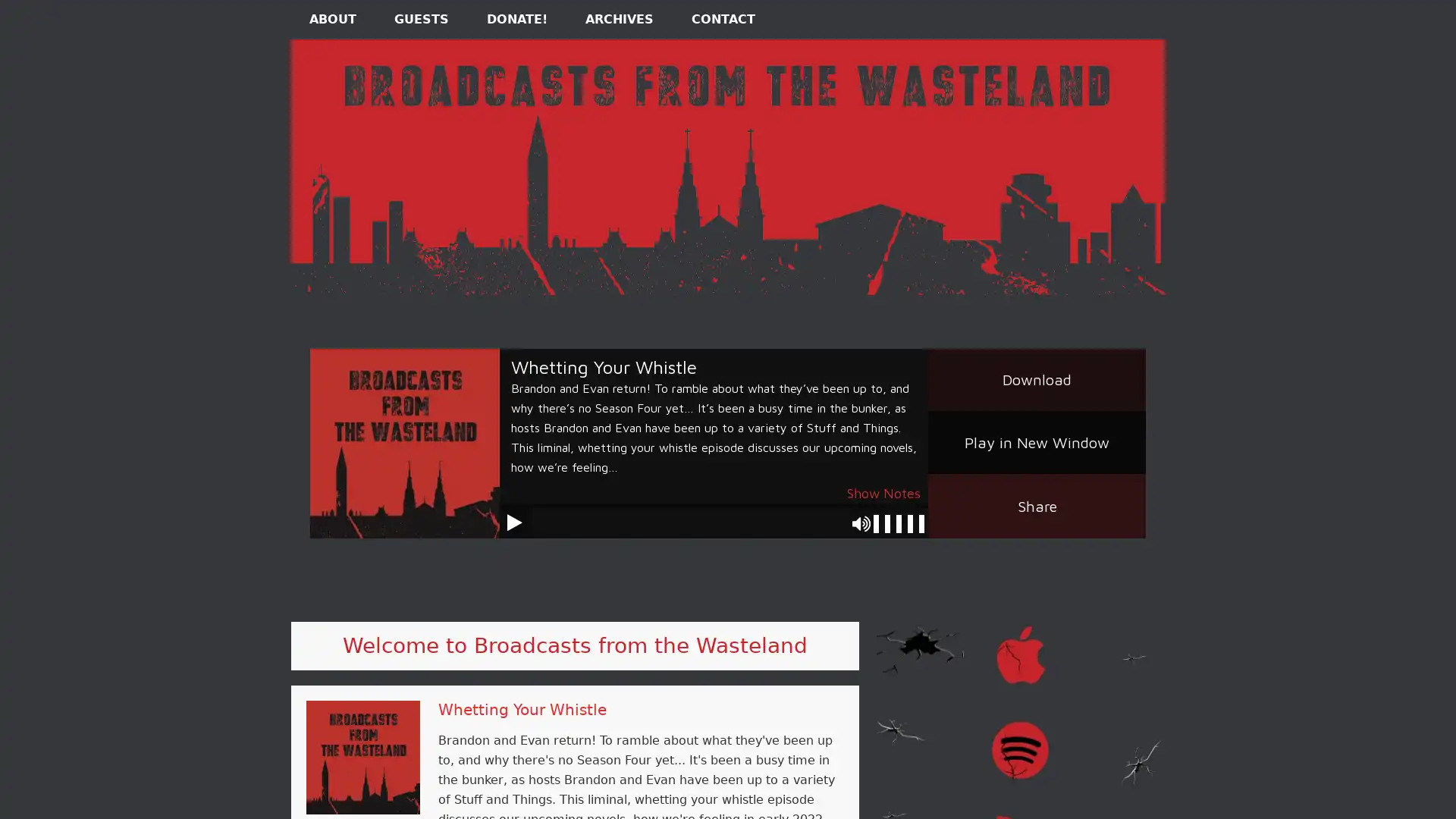 The image size is (1456, 819). What do you see at coordinates (861, 522) in the screenshot?
I see `Mute` at bounding box center [861, 522].